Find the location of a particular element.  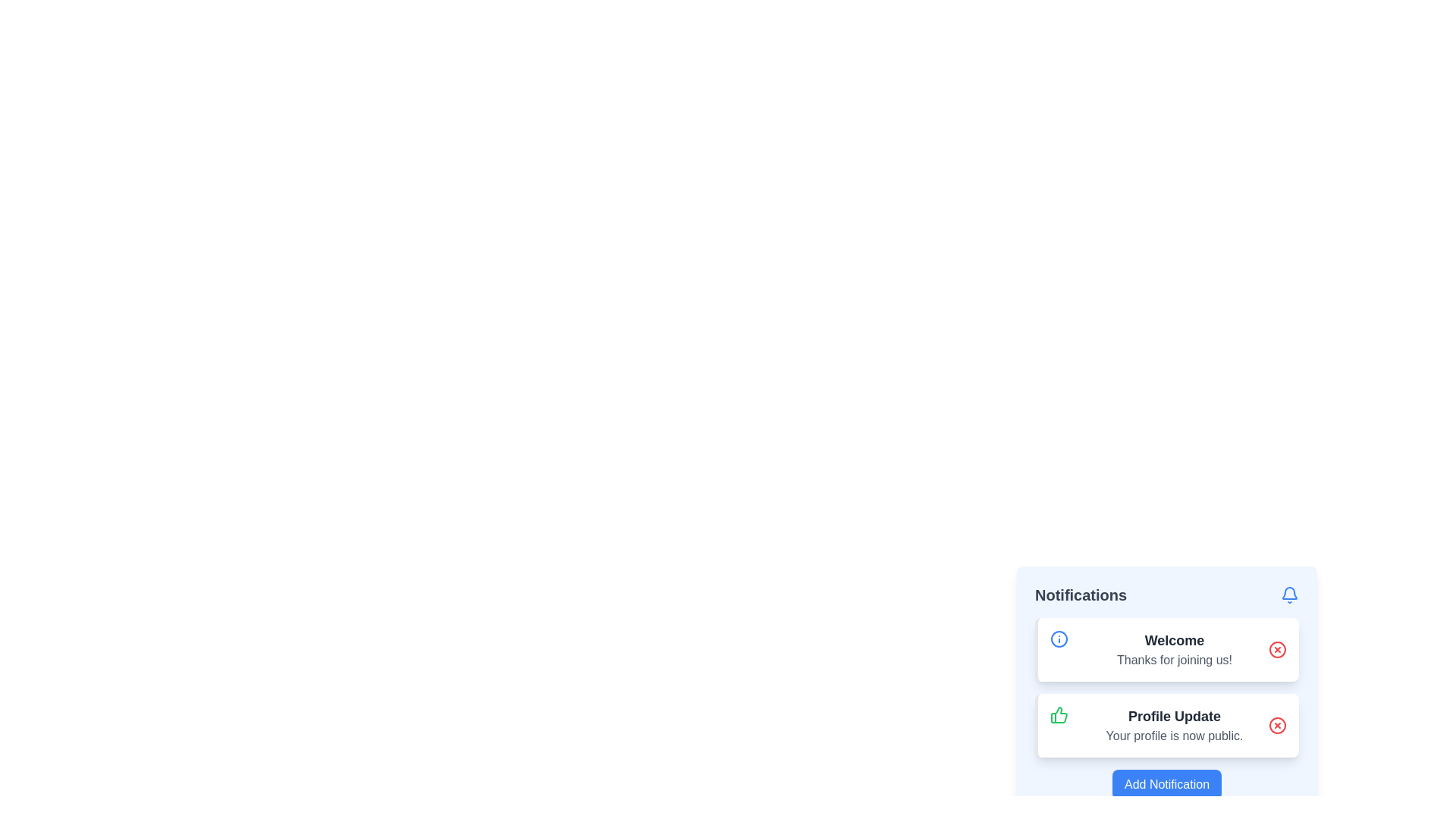

static text displaying 'Thanks for joining us!' located beneath the 'Welcome' header in the notification card at the bottom-right area of the interface is located at coordinates (1174, 660).